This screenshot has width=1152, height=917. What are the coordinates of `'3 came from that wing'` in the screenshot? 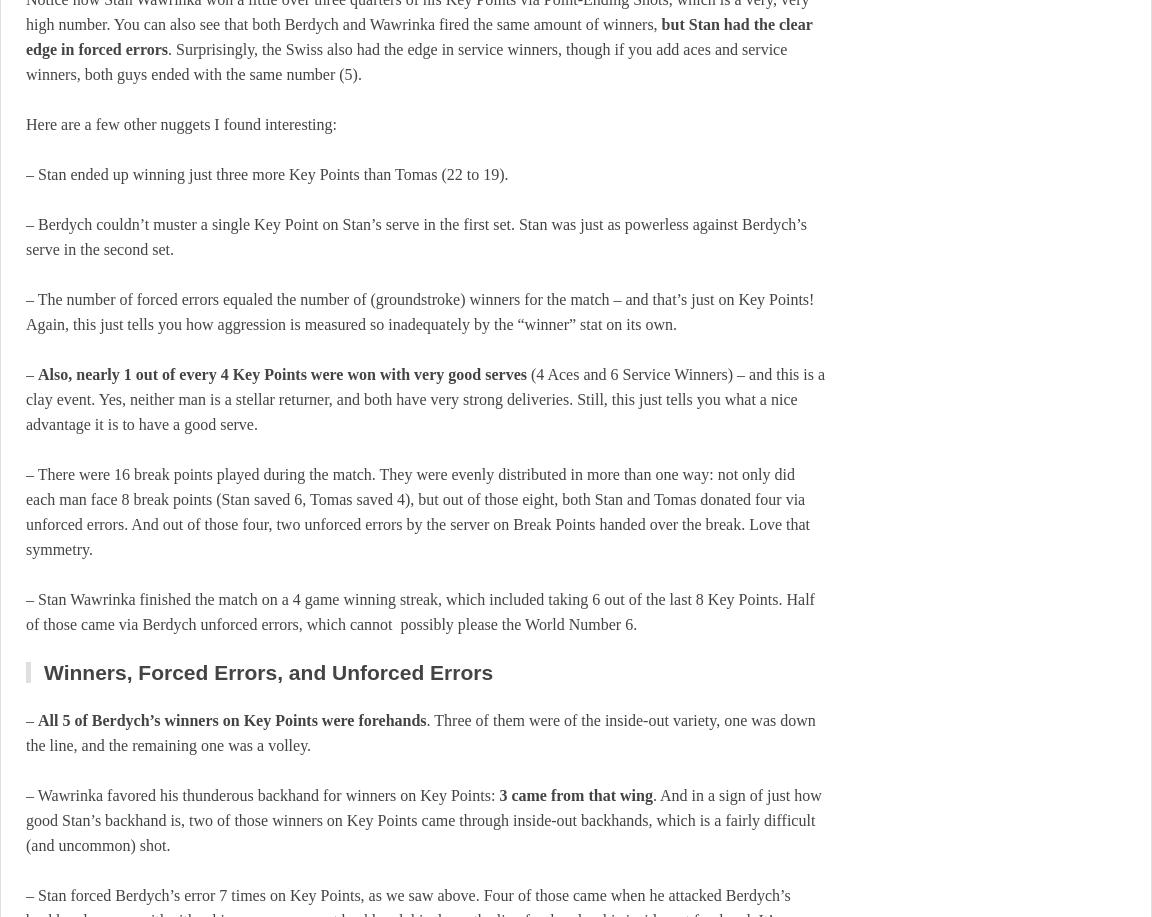 It's located at (575, 795).